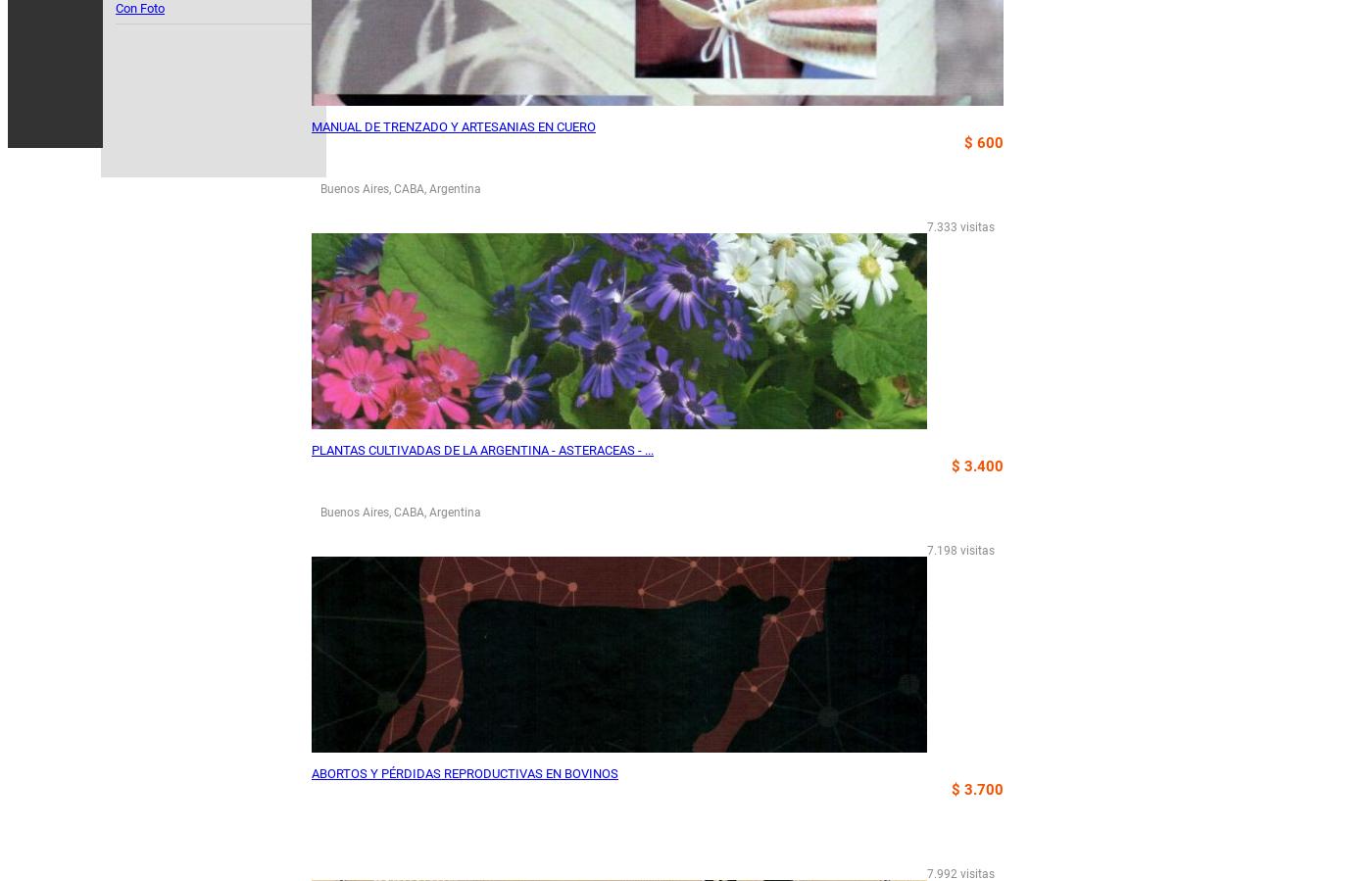  Describe the element at coordinates (977, 790) in the screenshot. I see `'$ 3.700'` at that location.